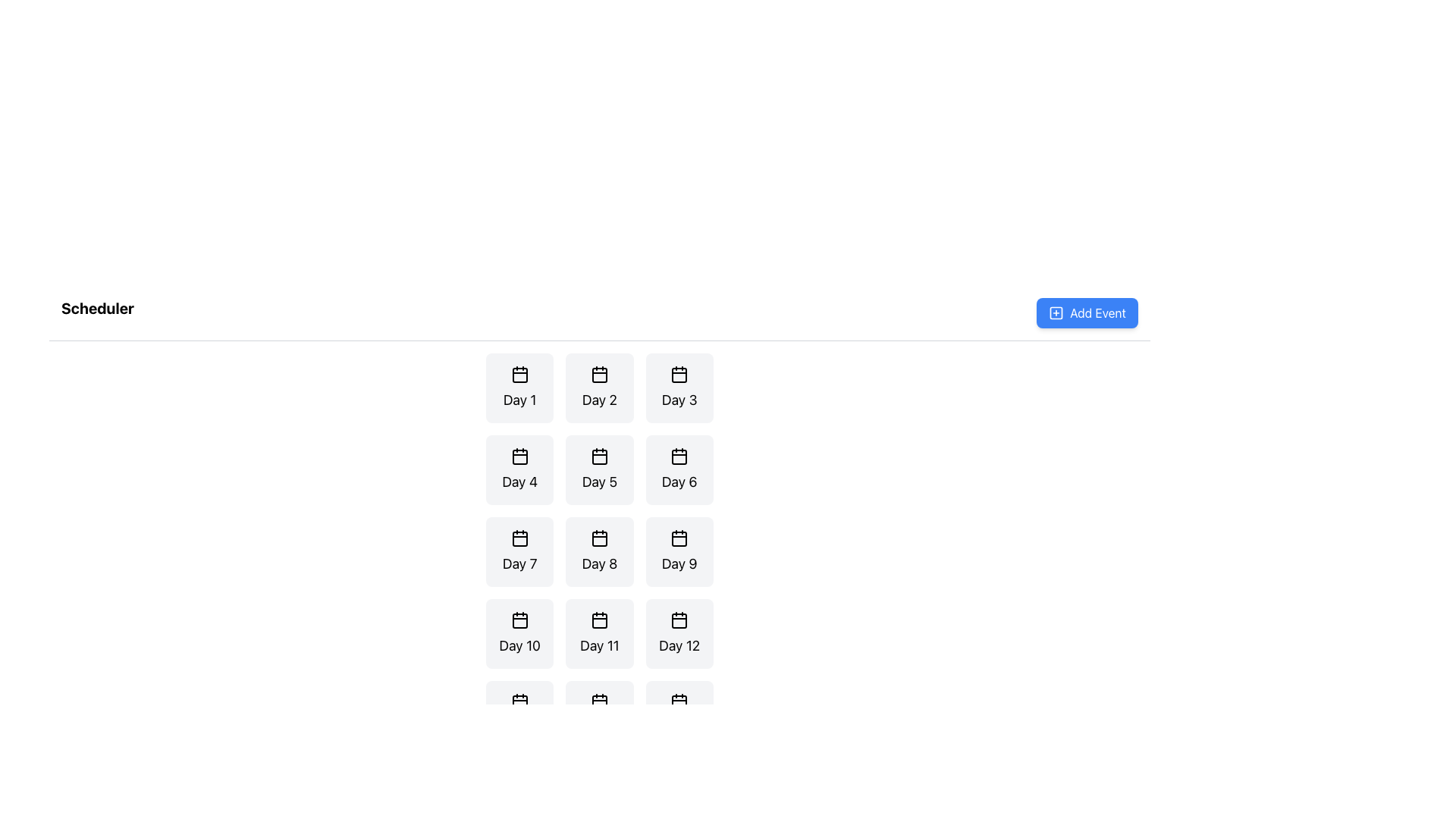 This screenshot has height=819, width=1456. What do you see at coordinates (519, 482) in the screenshot?
I see `the 'Day 4' text label in the calendar interface, which is located in the second row and first column of the grid layout` at bounding box center [519, 482].